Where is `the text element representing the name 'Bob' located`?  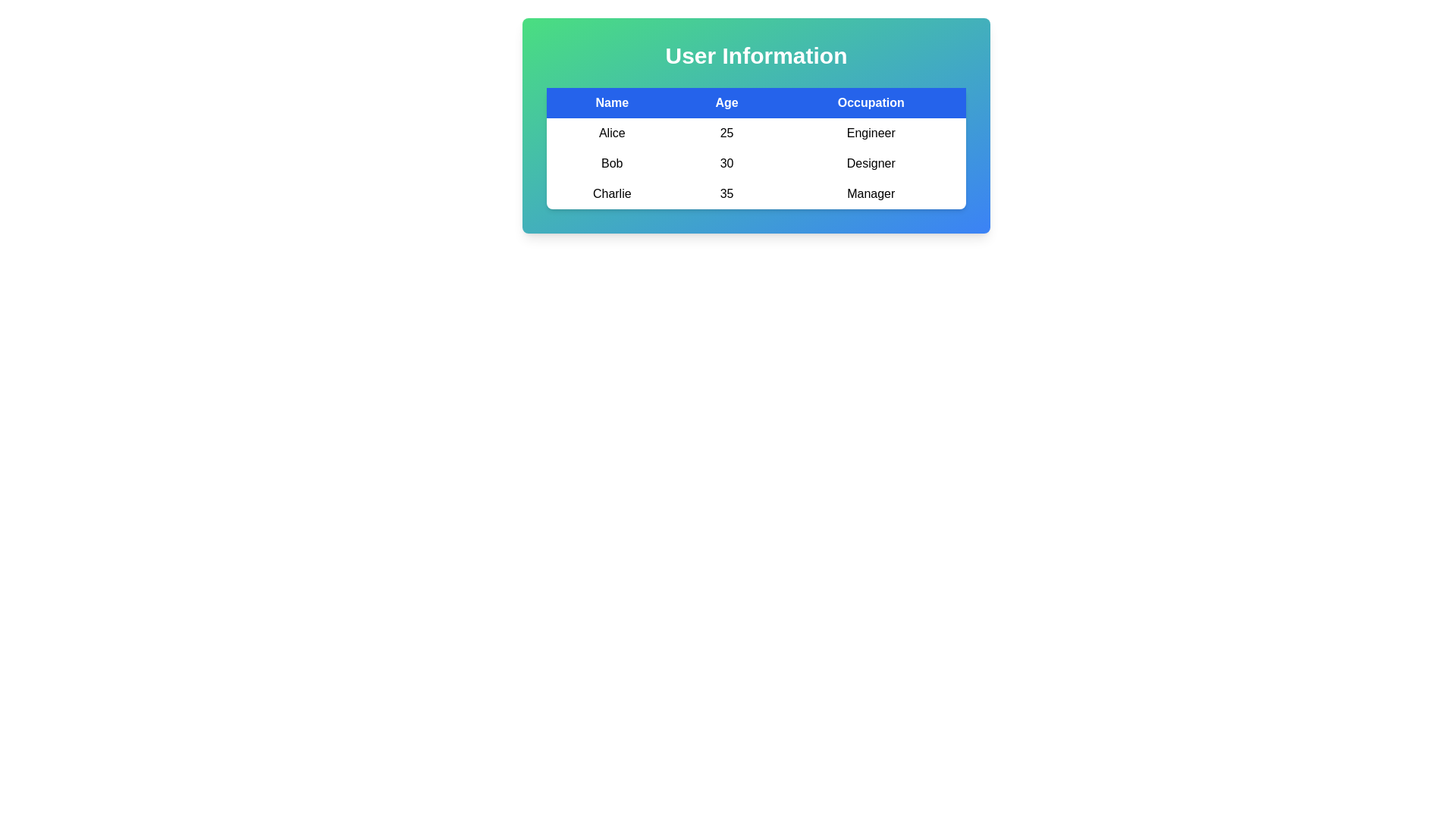 the text element representing the name 'Bob' located is located at coordinates (612, 164).